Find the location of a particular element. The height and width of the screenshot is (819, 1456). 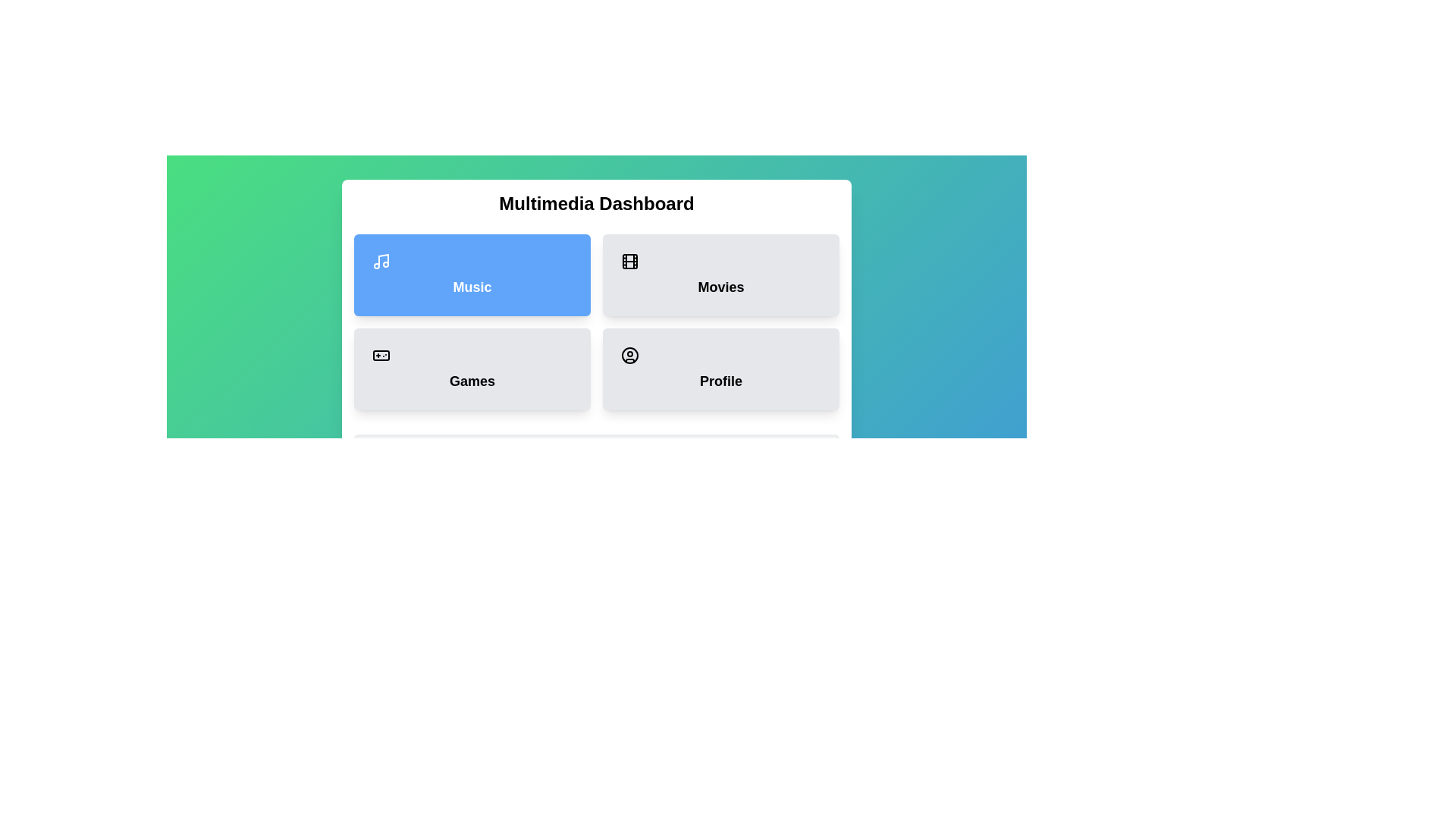

the Profile button to display its description is located at coordinates (720, 369).